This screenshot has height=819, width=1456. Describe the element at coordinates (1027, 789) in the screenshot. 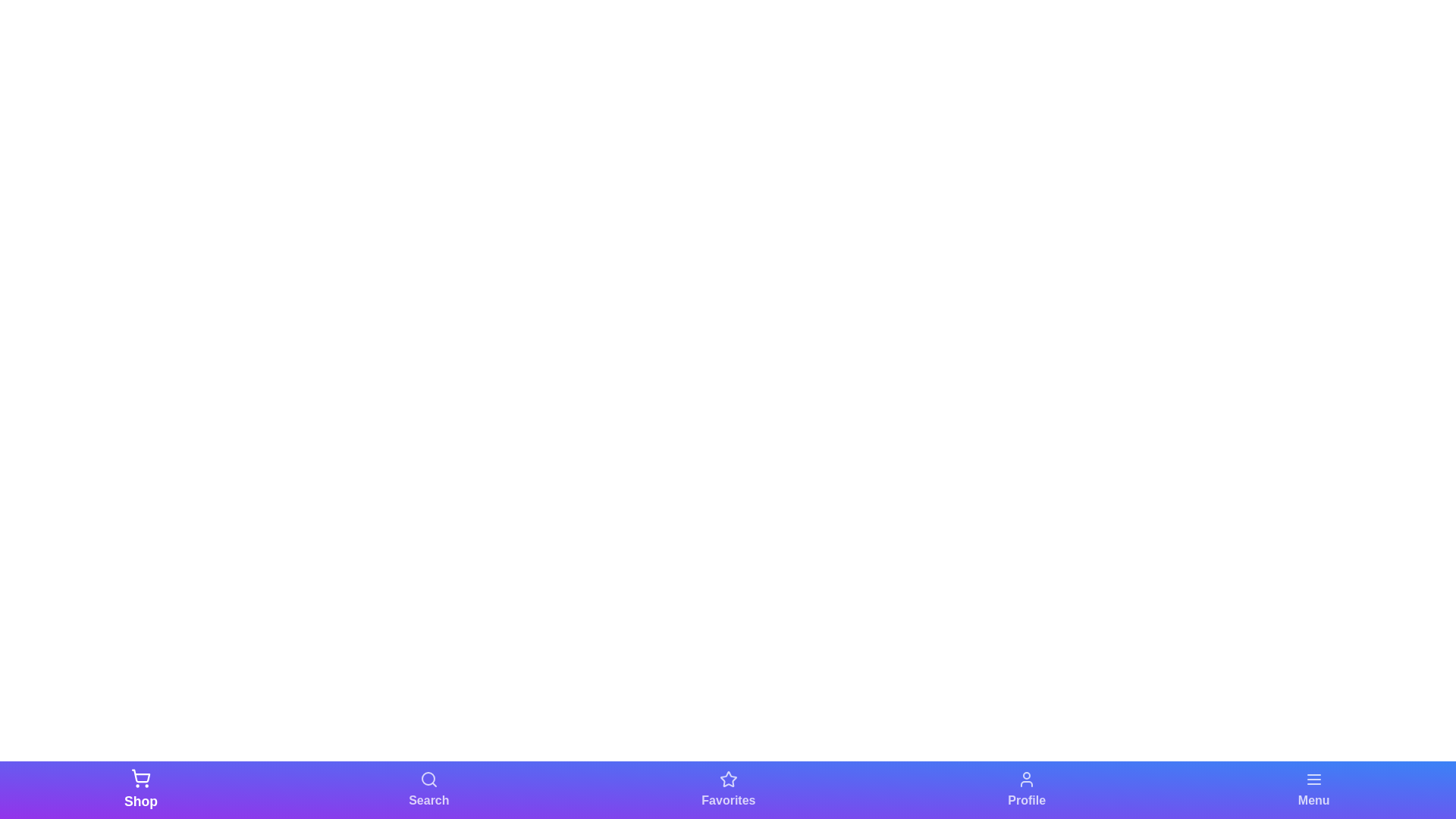

I see `the navigation bar element labeled Profile` at that location.